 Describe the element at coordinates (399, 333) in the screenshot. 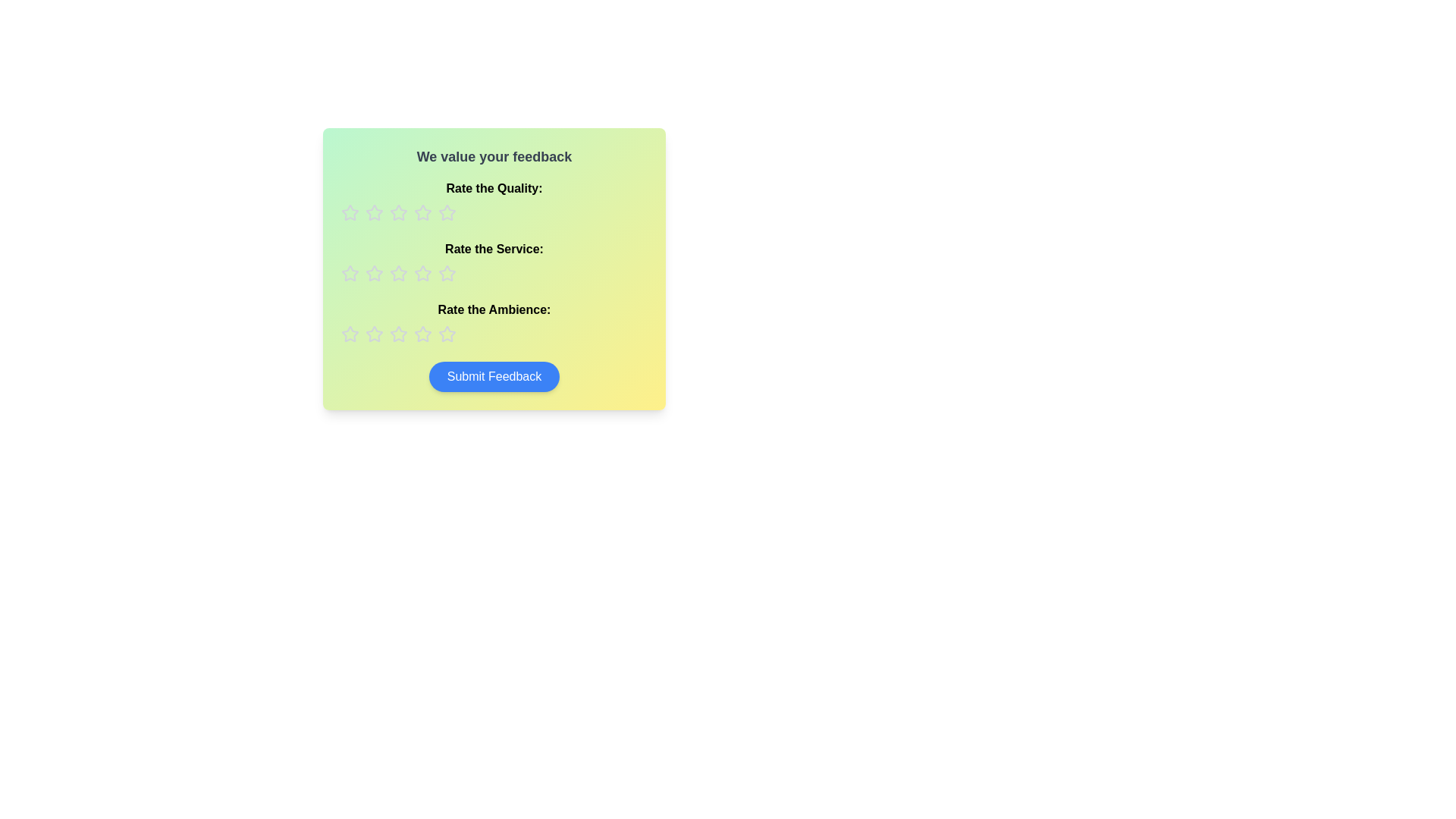

I see `the third star in the 'Rate the Ambience' rating group` at that location.